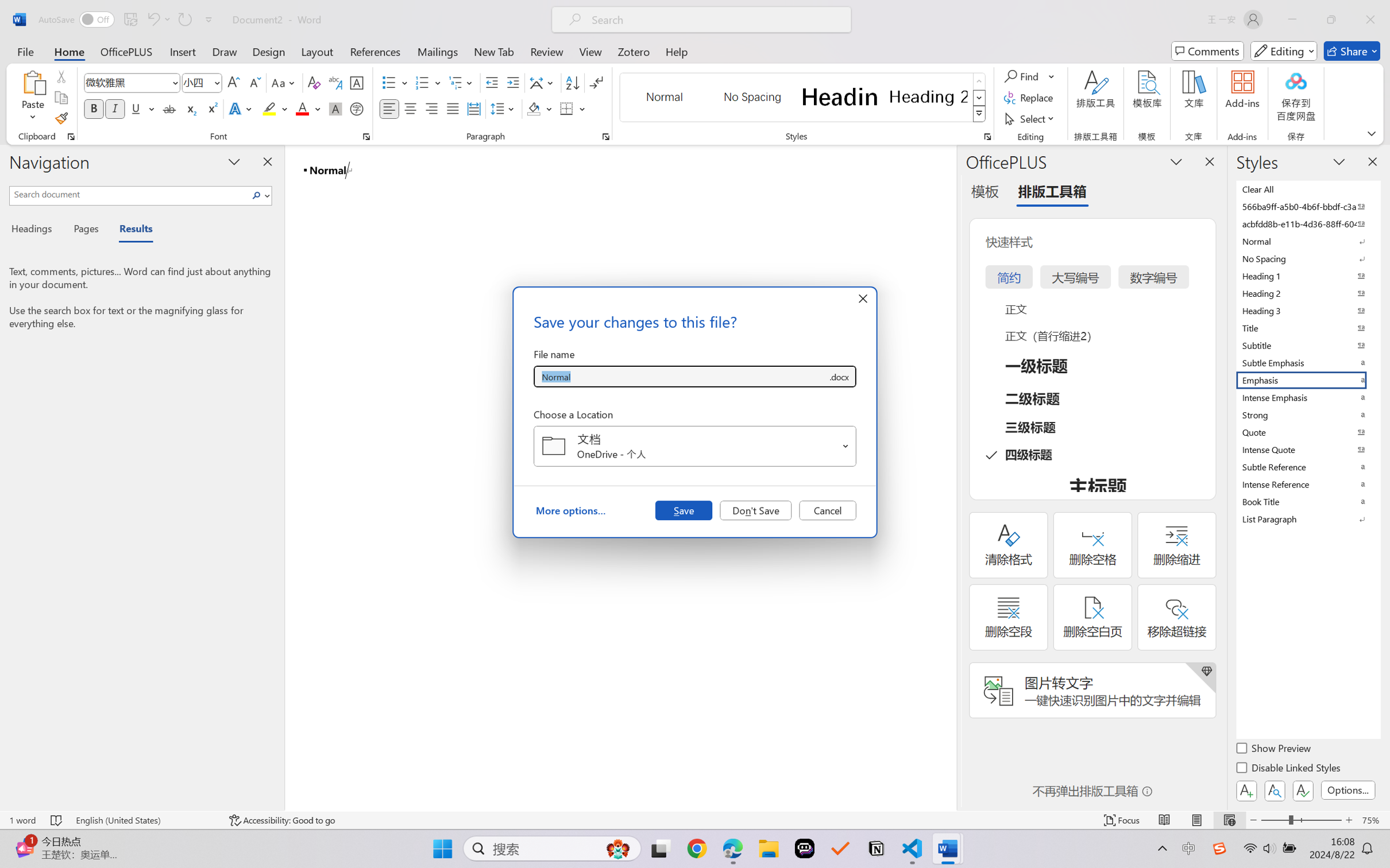  What do you see at coordinates (190, 108) in the screenshot?
I see `'Subscript'` at bounding box center [190, 108].